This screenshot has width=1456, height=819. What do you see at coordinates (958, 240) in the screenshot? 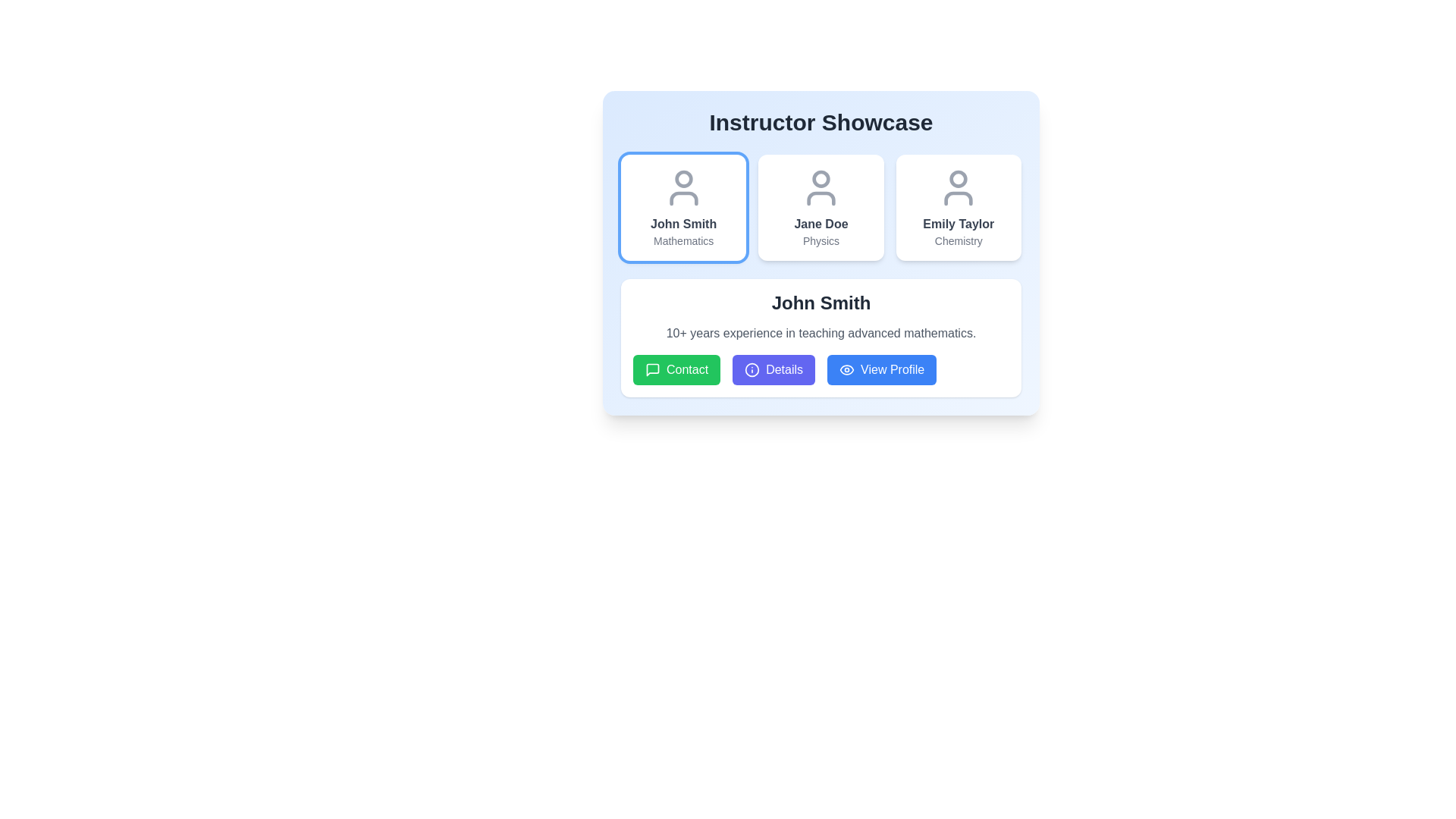
I see `the text label 'Chemistry' located below 'Emily Taylor' in the third user card under 'Instructor Showcase'` at bounding box center [958, 240].